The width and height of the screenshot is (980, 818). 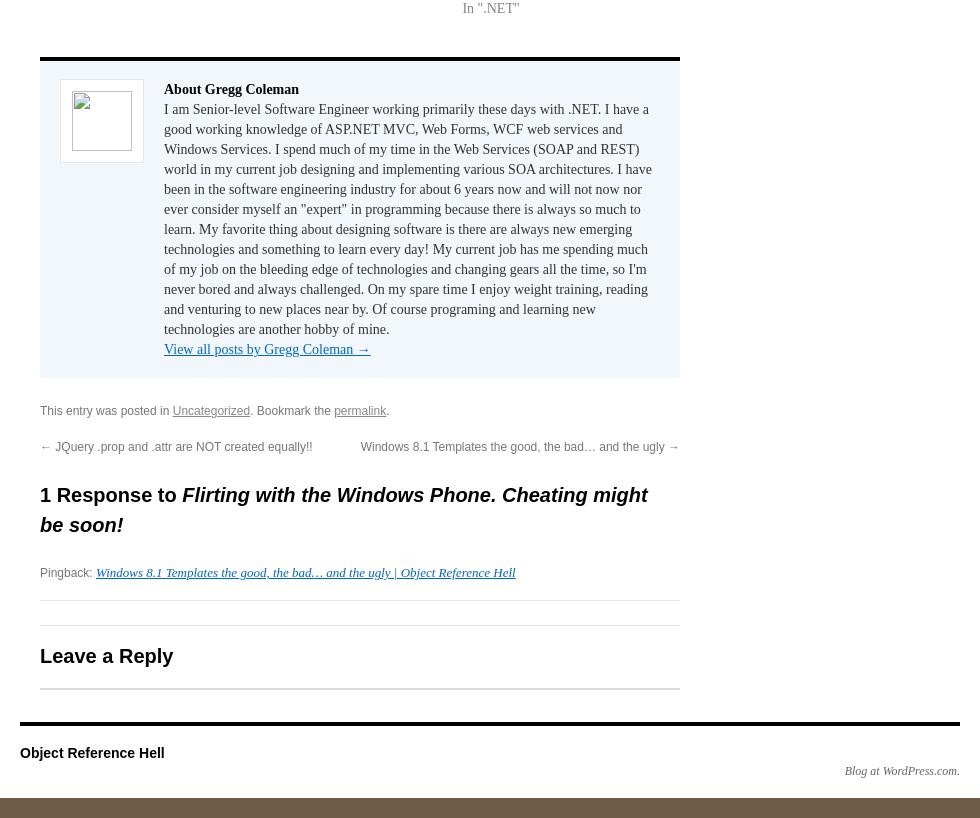 What do you see at coordinates (231, 89) in the screenshot?
I see `'About Gregg Coleman'` at bounding box center [231, 89].